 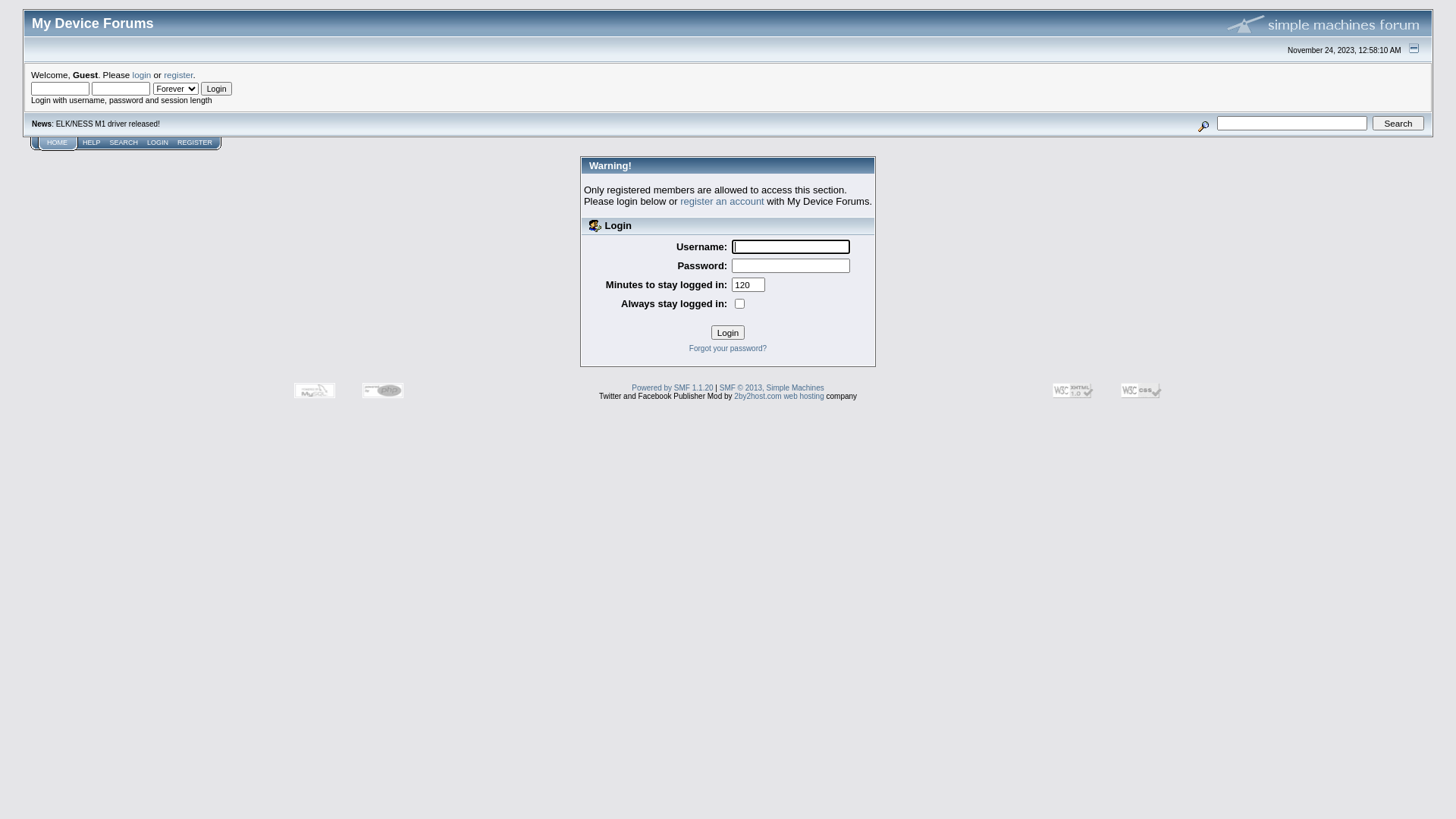 What do you see at coordinates (57, 143) in the screenshot?
I see `'HOME'` at bounding box center [57, 143].